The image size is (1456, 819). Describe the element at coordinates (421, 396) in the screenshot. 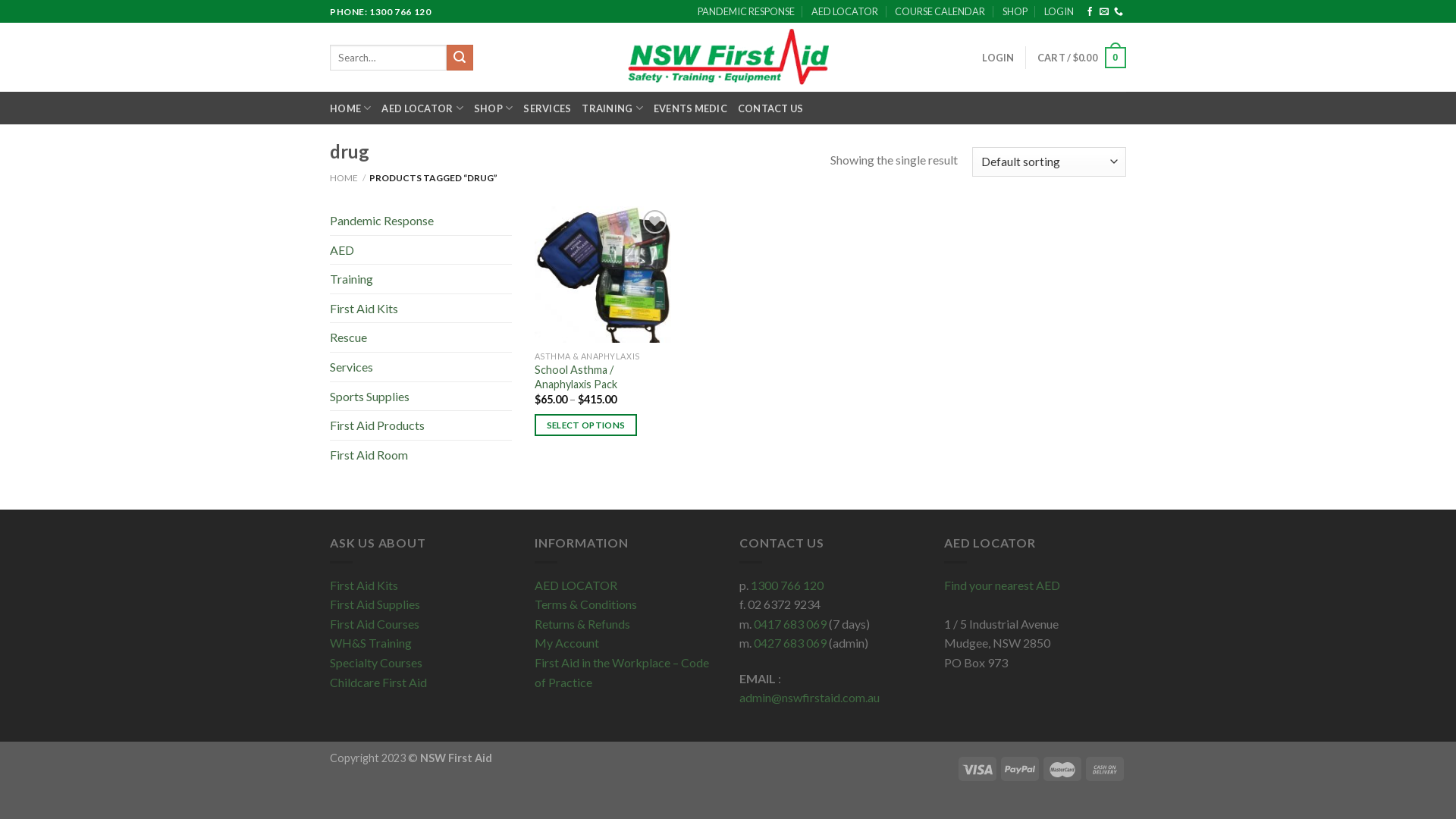

I see `'Sports Supplies'` at that location.